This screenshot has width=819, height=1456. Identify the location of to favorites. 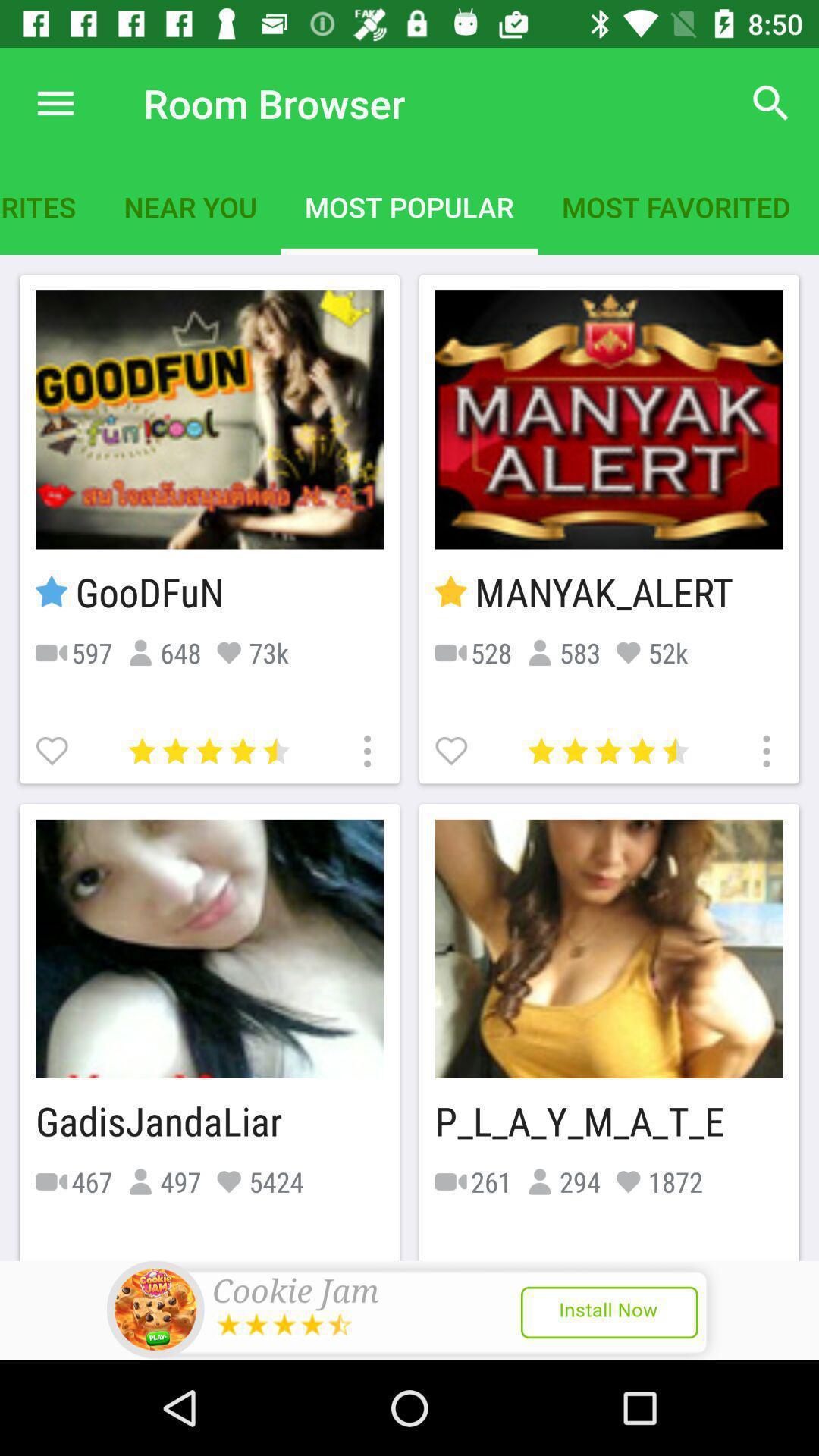
(53, 749).